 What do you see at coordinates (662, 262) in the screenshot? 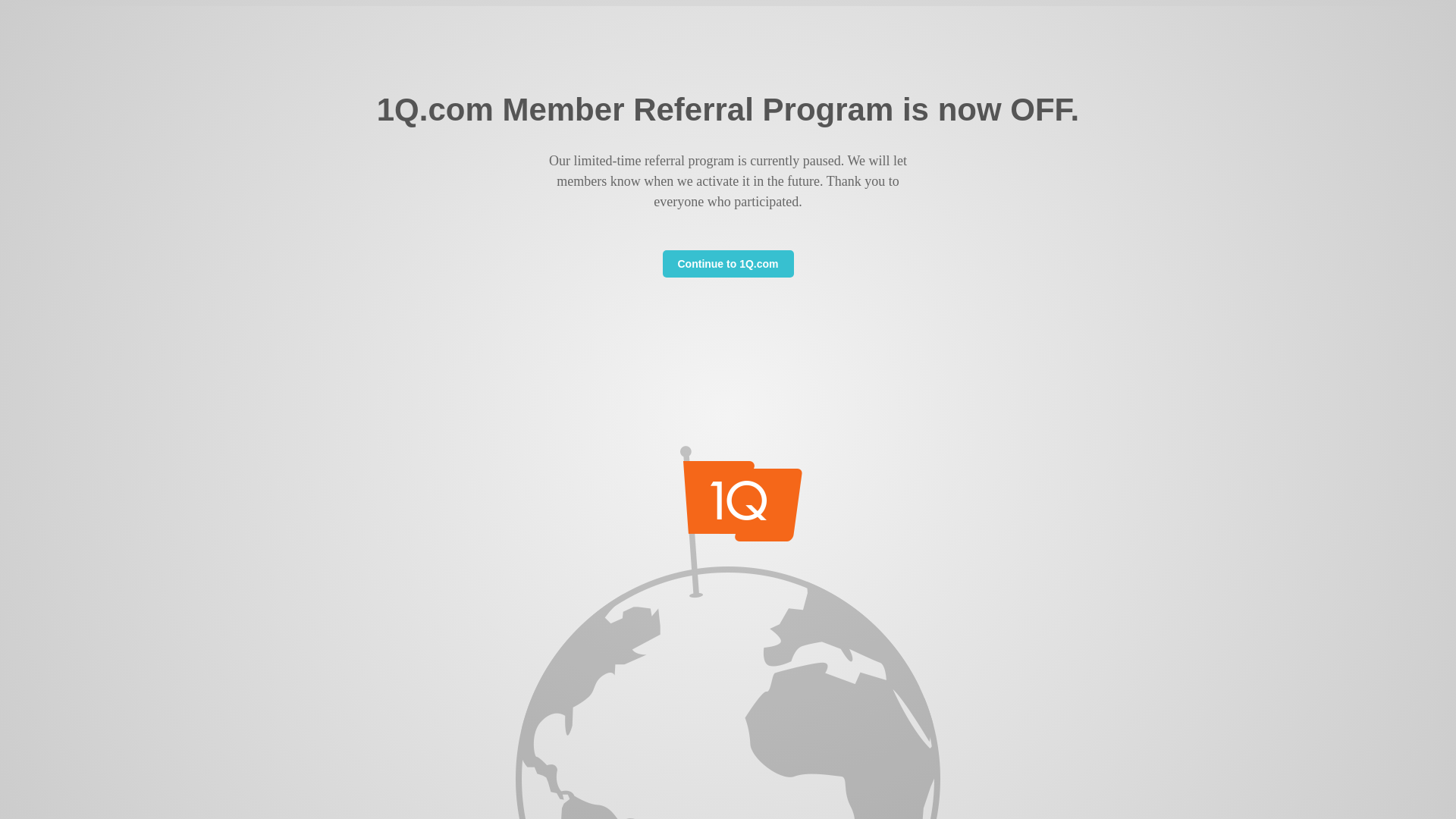
I see `'Continue to 1Q.com'` at bounding box center [662, 262].